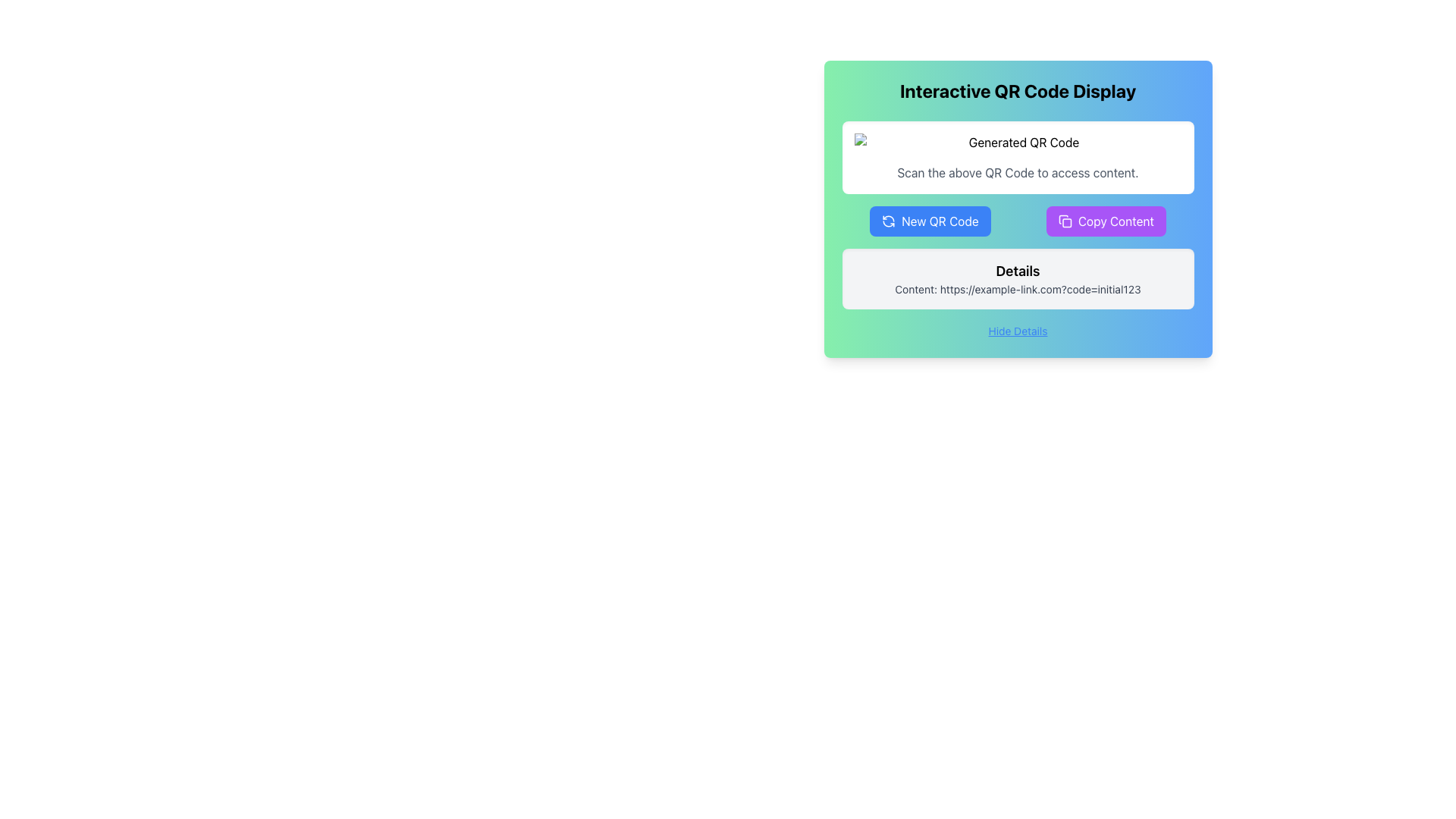 The width and height of the screenshot is (1456, 819). Describe the element at coordinates (1106, 221) in the screenshot. I see `the button to copy the content associated with the displayed QR code, which is located to the right of the 'New QR Code' button in the middle section of the panel` at that location.